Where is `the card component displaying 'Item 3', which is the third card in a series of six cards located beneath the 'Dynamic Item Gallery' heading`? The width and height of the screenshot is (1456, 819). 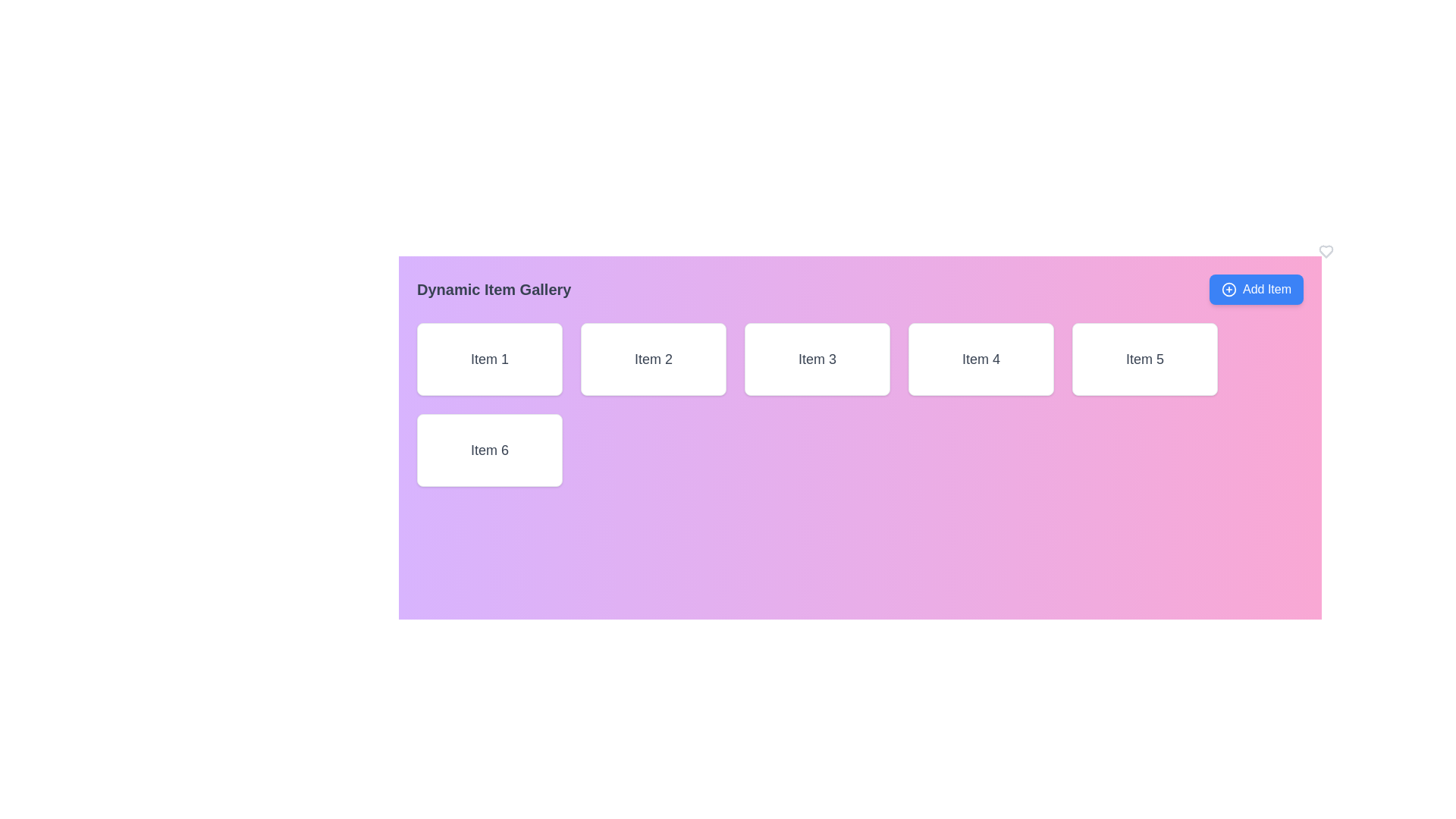
the card component displaying 'Item 3', which is the third card in a series of six cards located beneath the 'Dynamic Item Gallery' heading is located at coordinates (817, 359).